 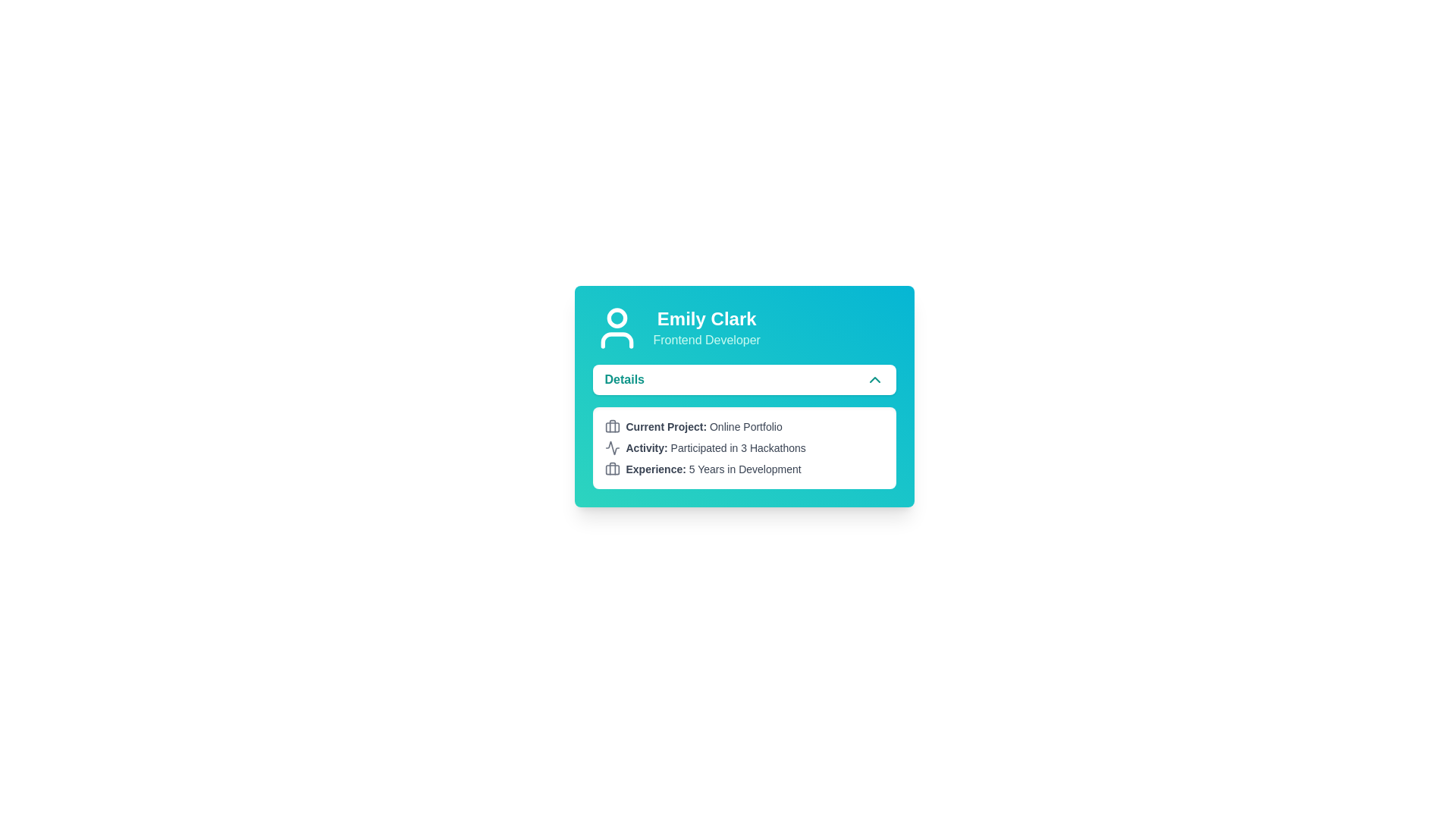 What do you see at coordinates (647, 447) in the screenshot?
I see `the 'Activity' label that indicates the content of the associated text in the user profile detail card` at bounding box center [647, 447].